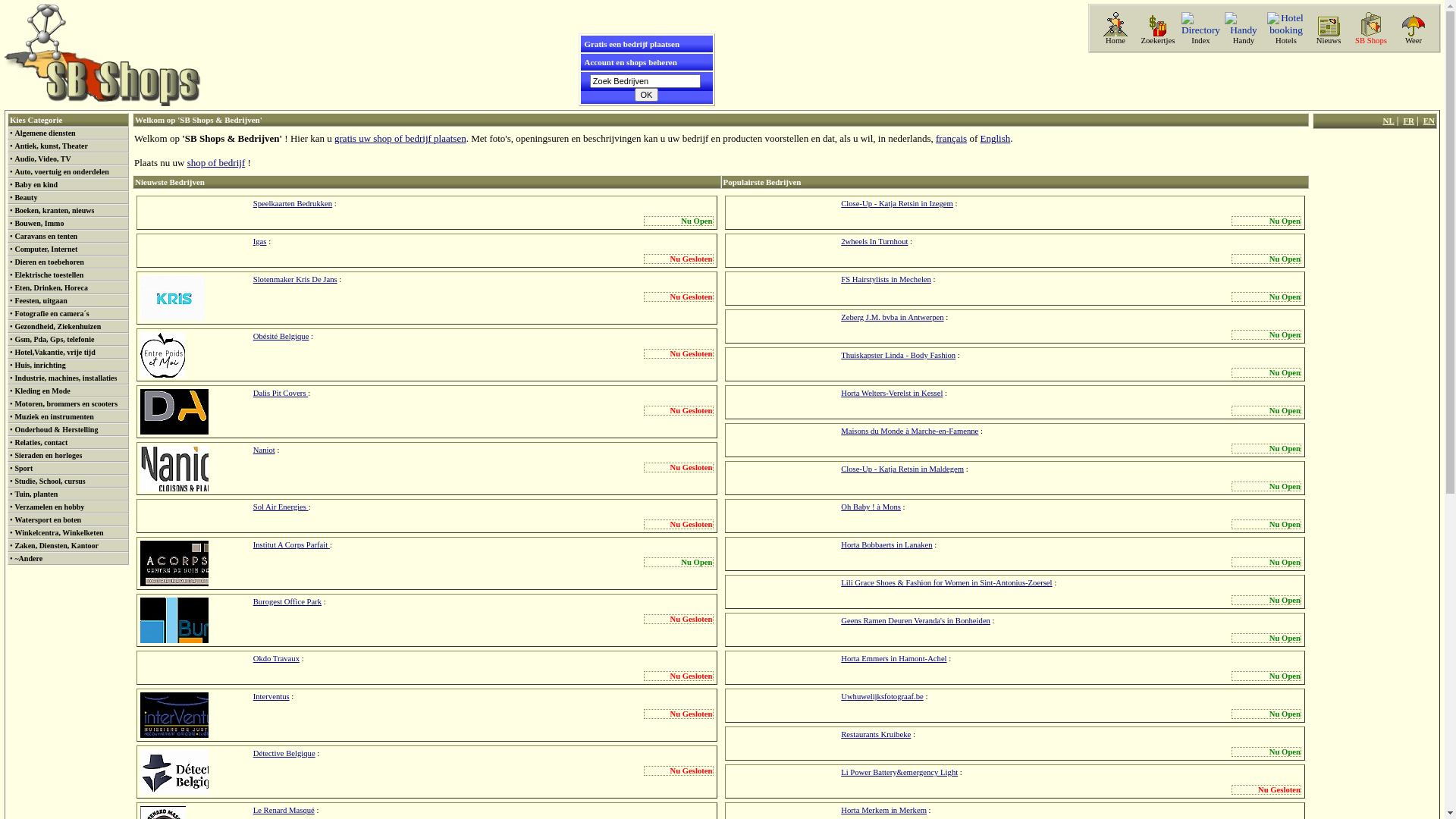 This screenshot has width=1456, height=819. What do you see at coordinates (14, 338) in the screenshot?
I see `'Gsm, Pda, Gps, telefonie'` at bounding box center [14, 338].